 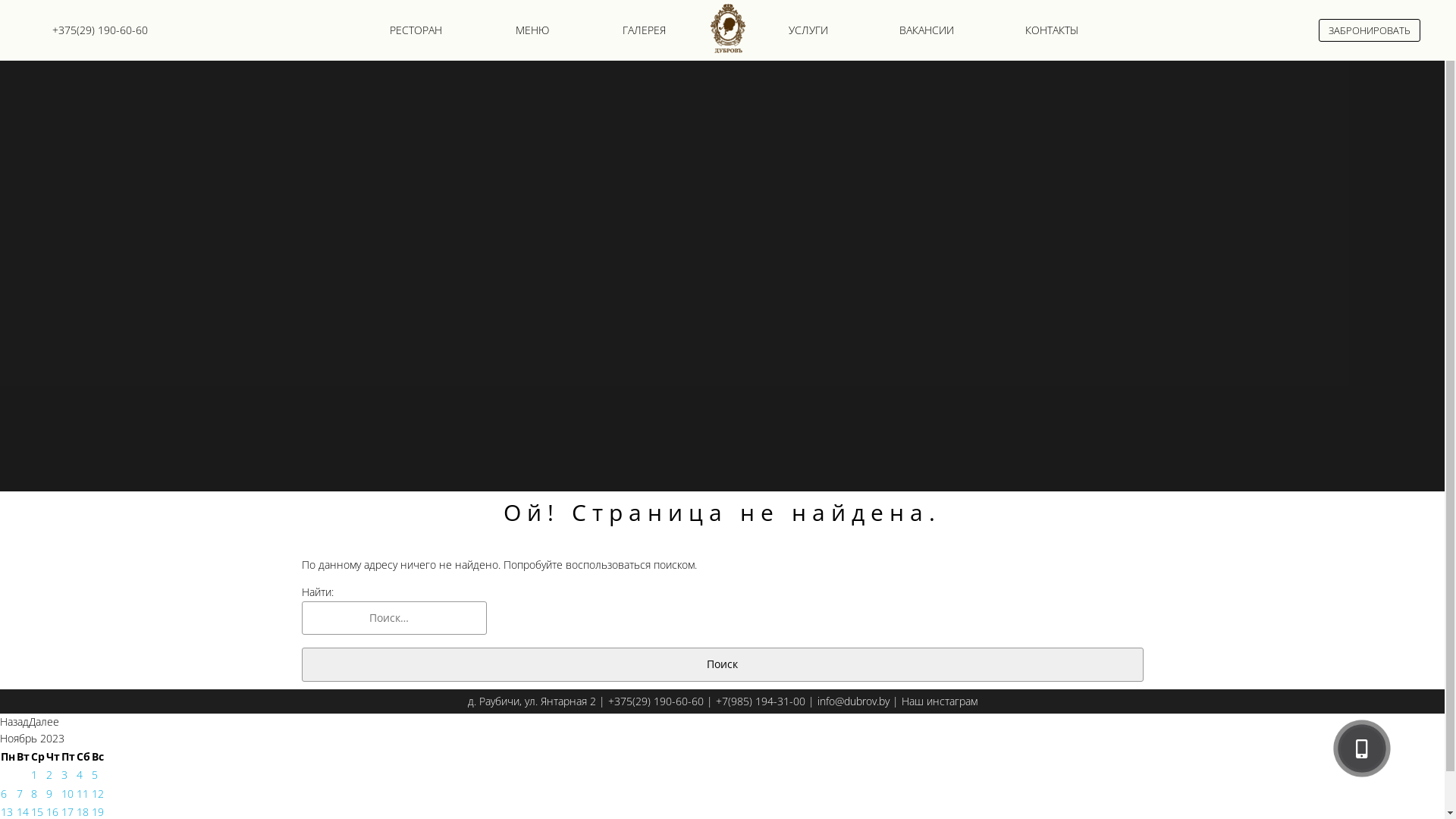 I want to click on '4', so click(x=79, y=774).